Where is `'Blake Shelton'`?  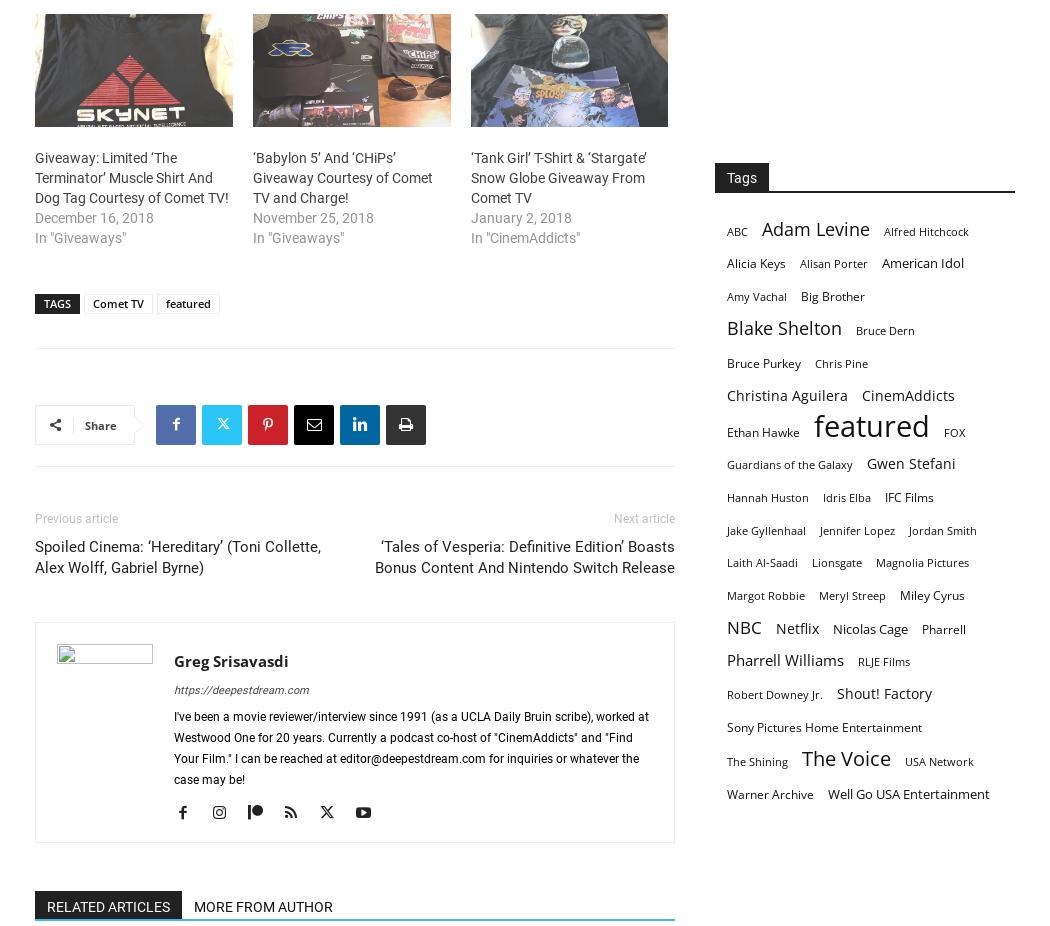 'Blake Shelton' is located at coordinates (784, 327).